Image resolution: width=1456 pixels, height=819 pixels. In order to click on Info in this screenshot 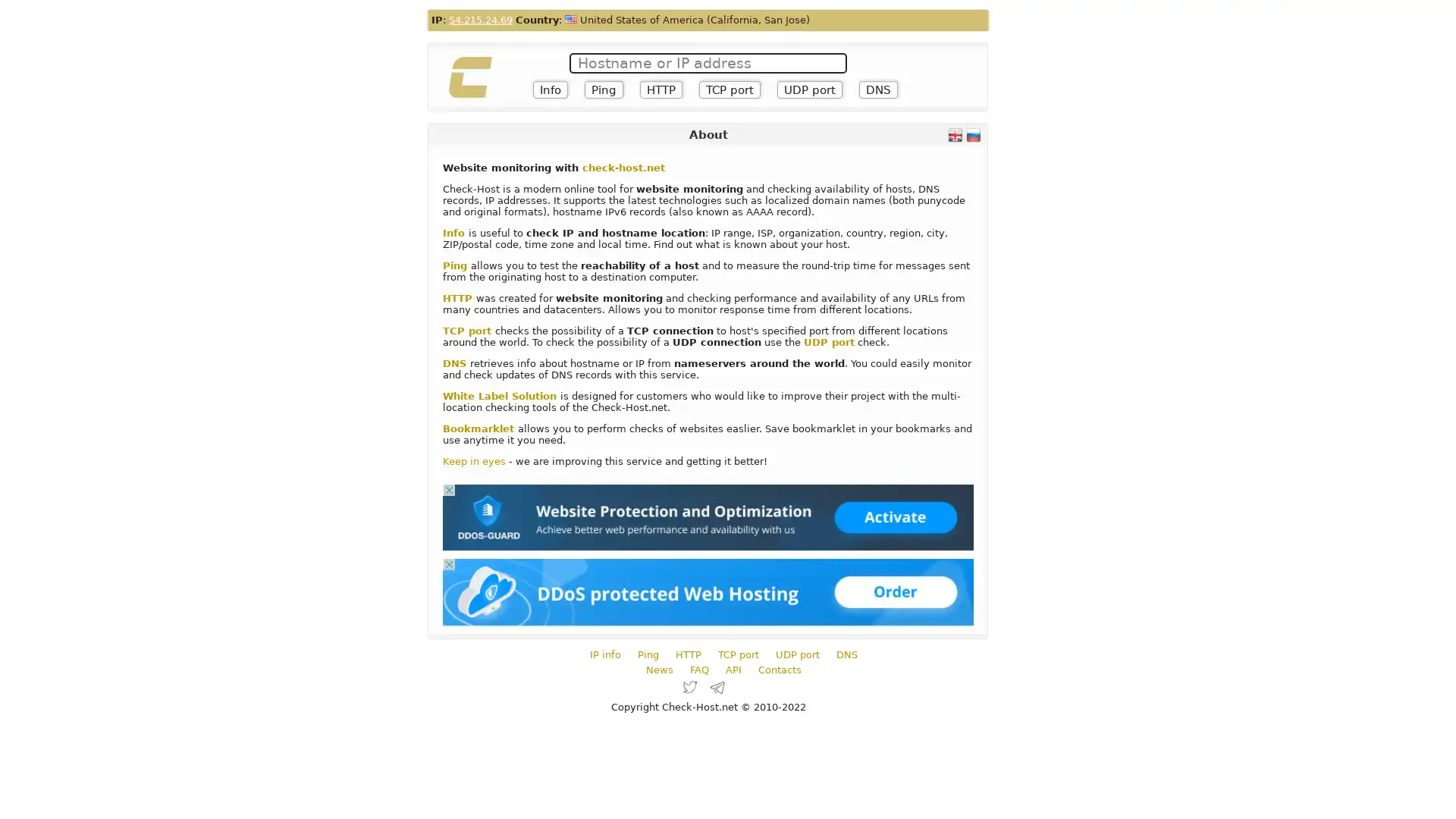, I will do `click(548, 89)`.